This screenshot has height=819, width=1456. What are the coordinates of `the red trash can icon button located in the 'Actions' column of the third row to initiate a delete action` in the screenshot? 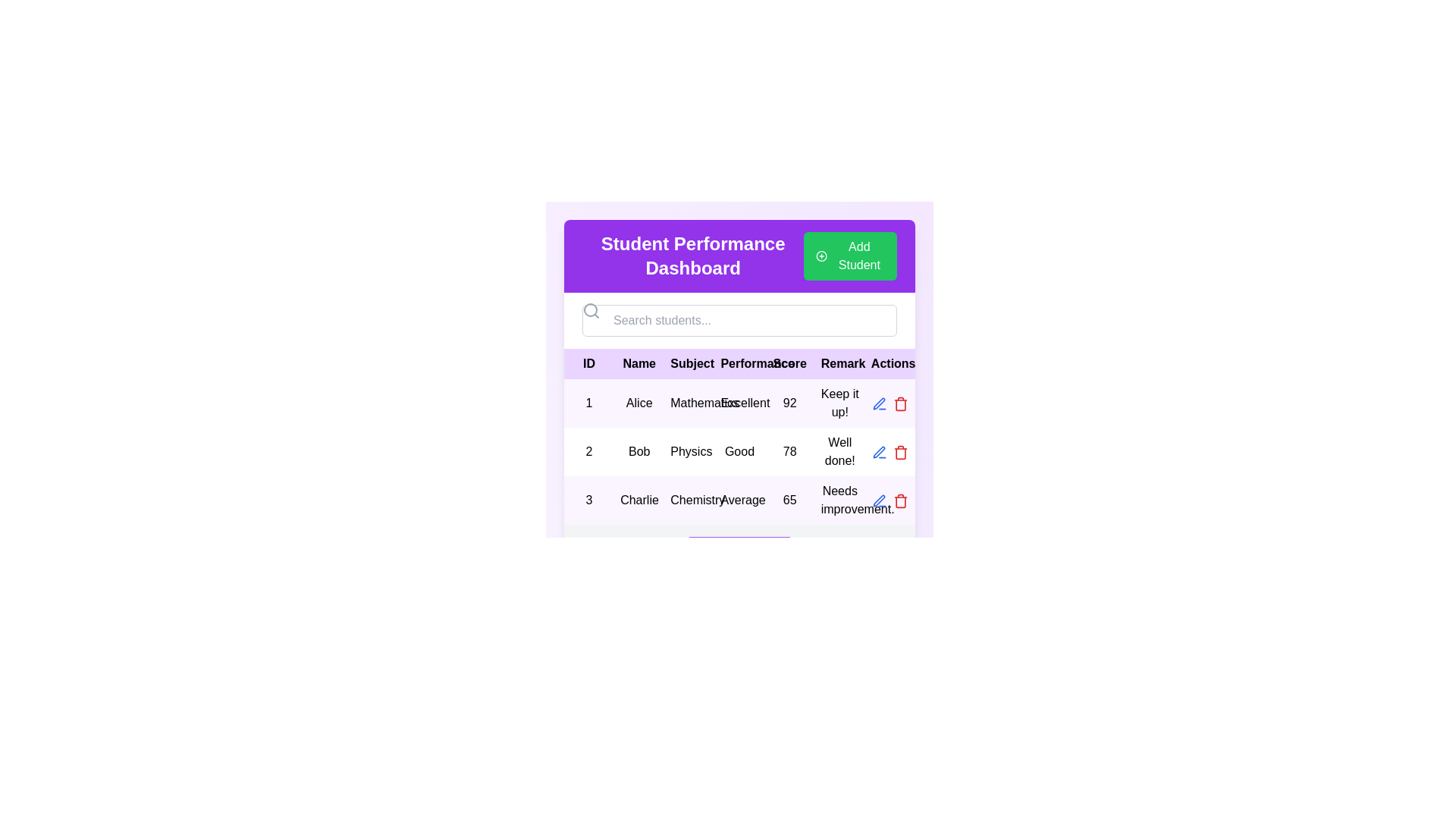 It's located at (900, 500).